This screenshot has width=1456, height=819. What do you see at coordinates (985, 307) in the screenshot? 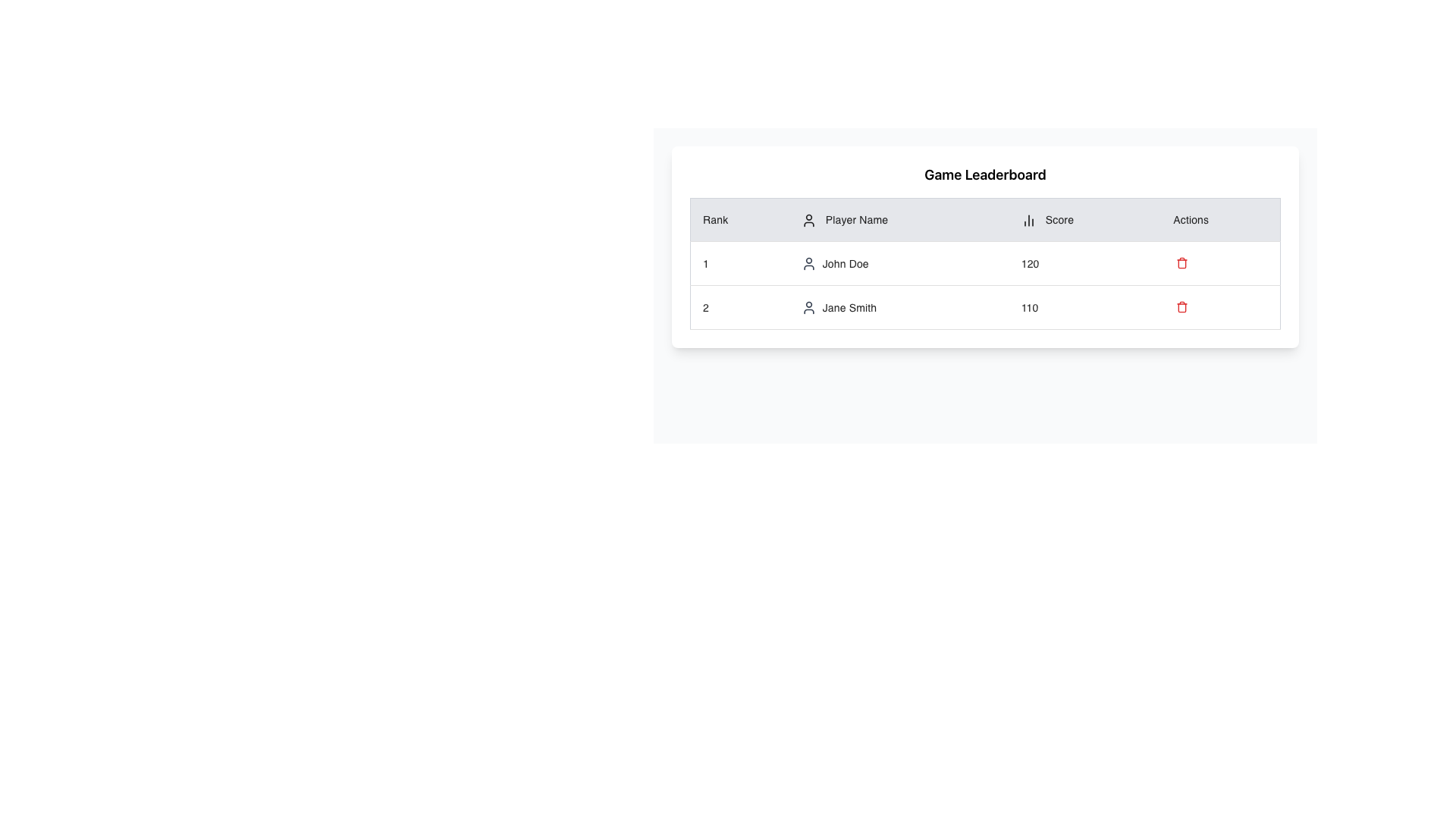
I see `the table row displaying the player 'Jane Smith' for further actions by clicking on its center` at bounding box center [985, 307].